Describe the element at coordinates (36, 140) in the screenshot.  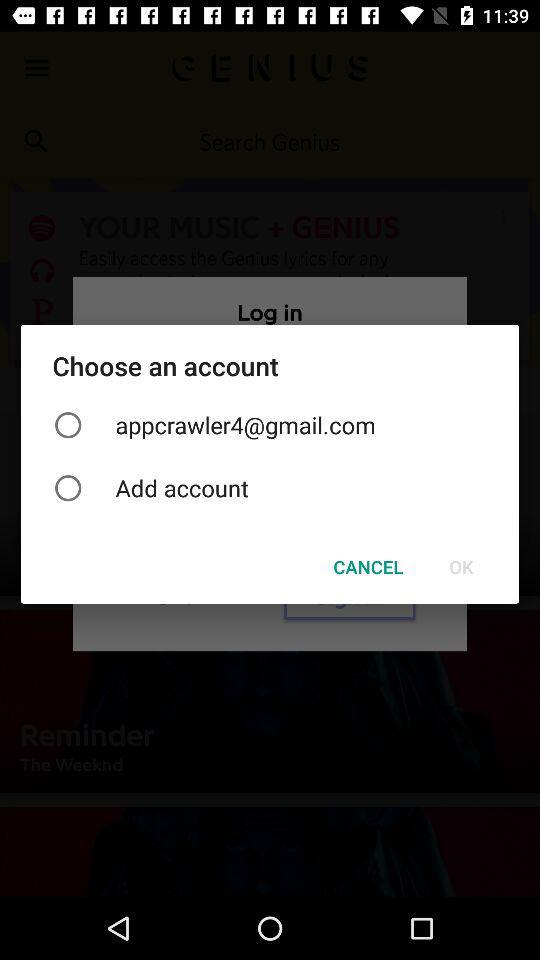
I see `the search icon` at that location.